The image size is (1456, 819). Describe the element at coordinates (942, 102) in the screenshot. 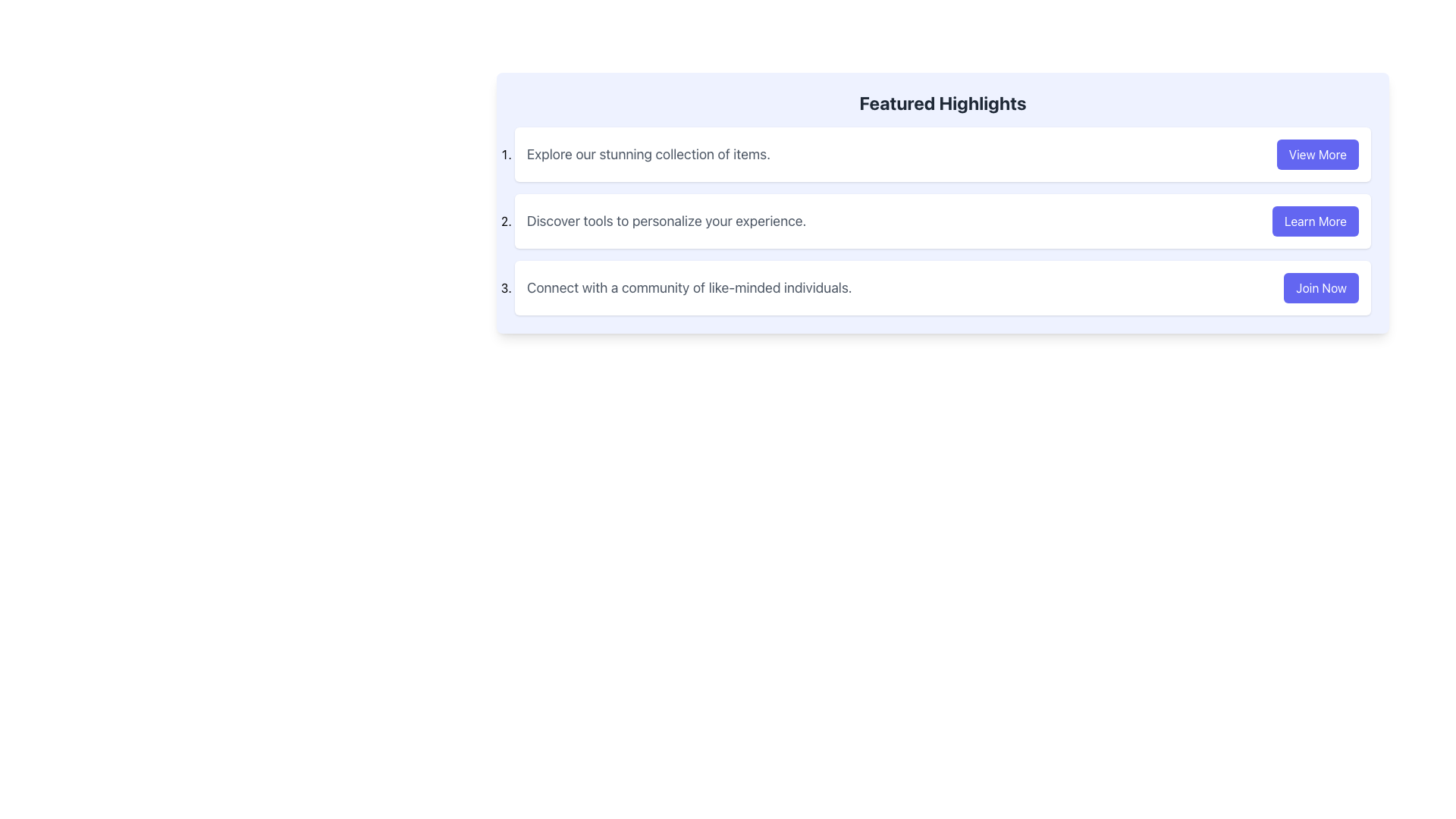

I see `the bold heading labeled 'Featured Highlights' which is prominently displayed at the top-center of the card layout` at that location.